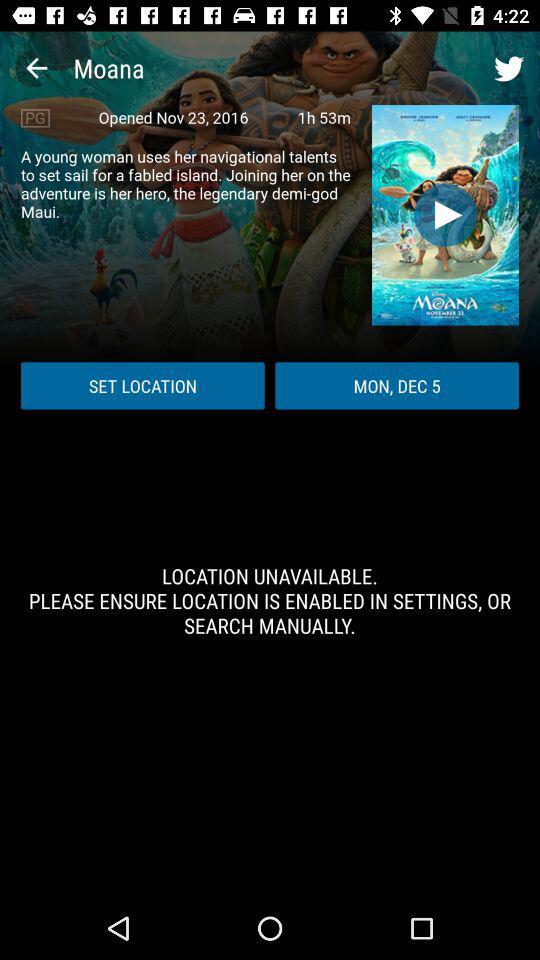  I want to click on the item next to the moana icon, so click(36, 68).